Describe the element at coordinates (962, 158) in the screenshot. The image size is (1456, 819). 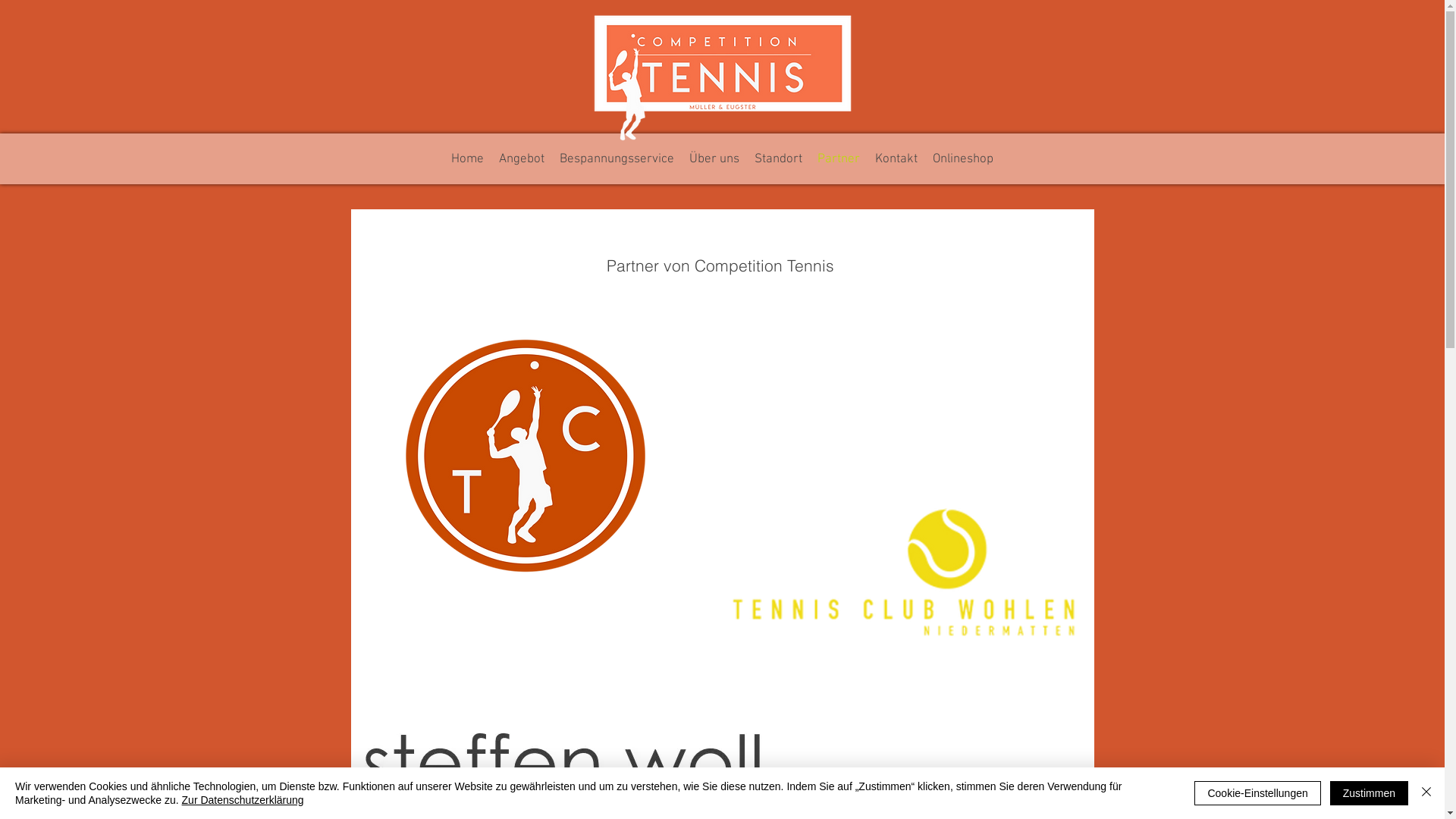
I see `'Onlineshop'` at that location.